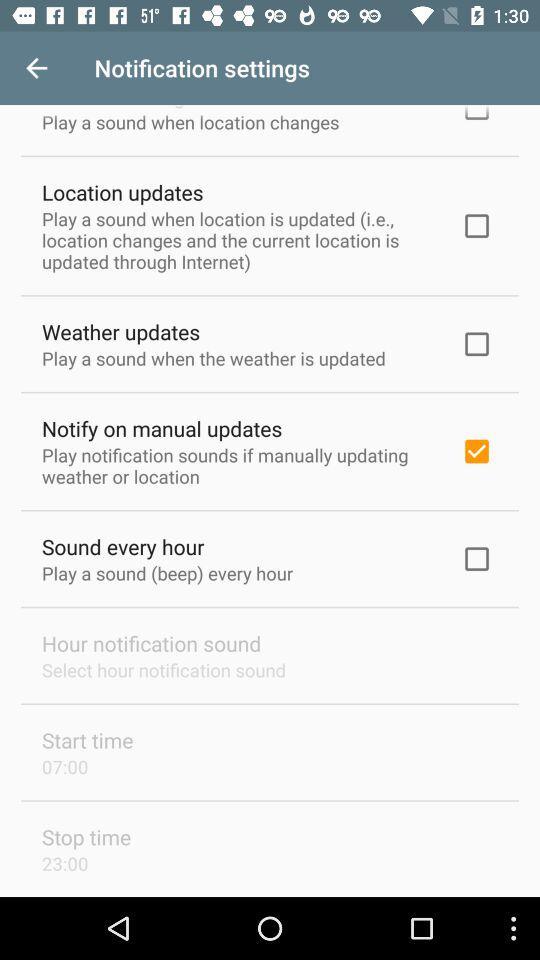  What do you see at coordinates (121, 331) in the screenshot?
I see `item below the play a sound icon` at bounding box center [121, 331].